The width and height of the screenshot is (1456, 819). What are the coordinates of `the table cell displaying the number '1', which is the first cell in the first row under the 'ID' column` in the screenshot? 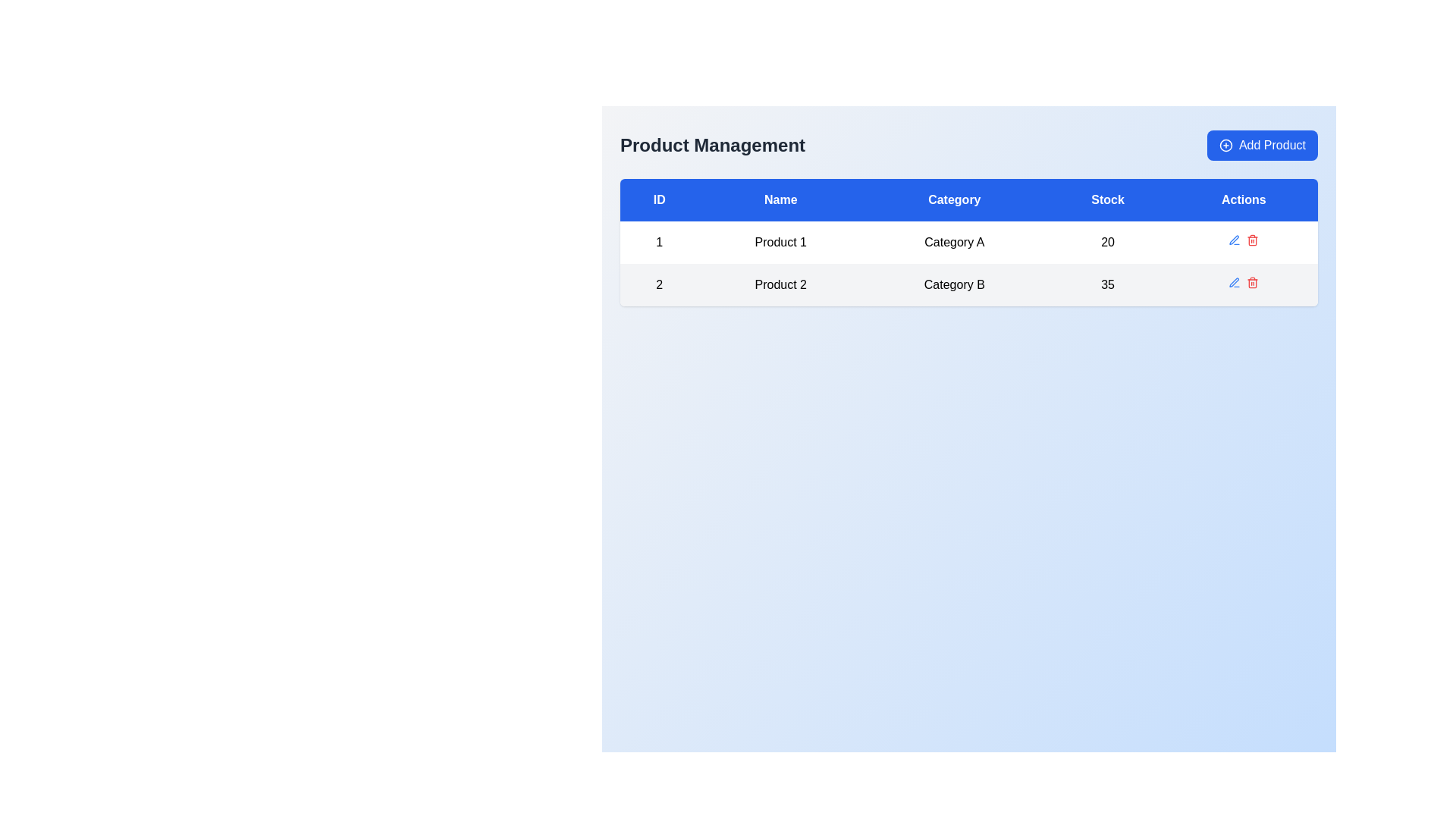 It's located at (659, 242).